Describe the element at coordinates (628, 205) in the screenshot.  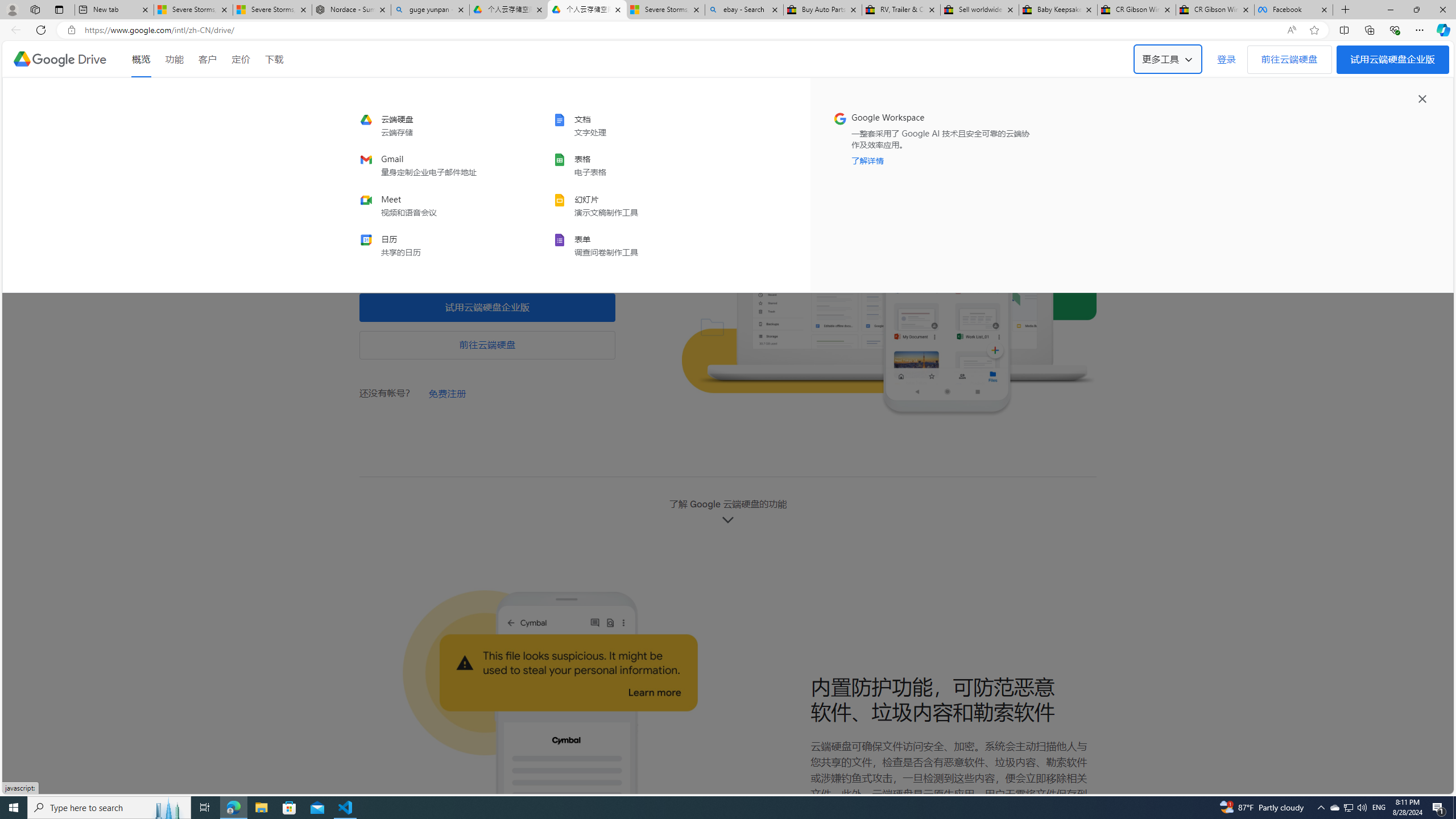
I see `'slides'` at that location.